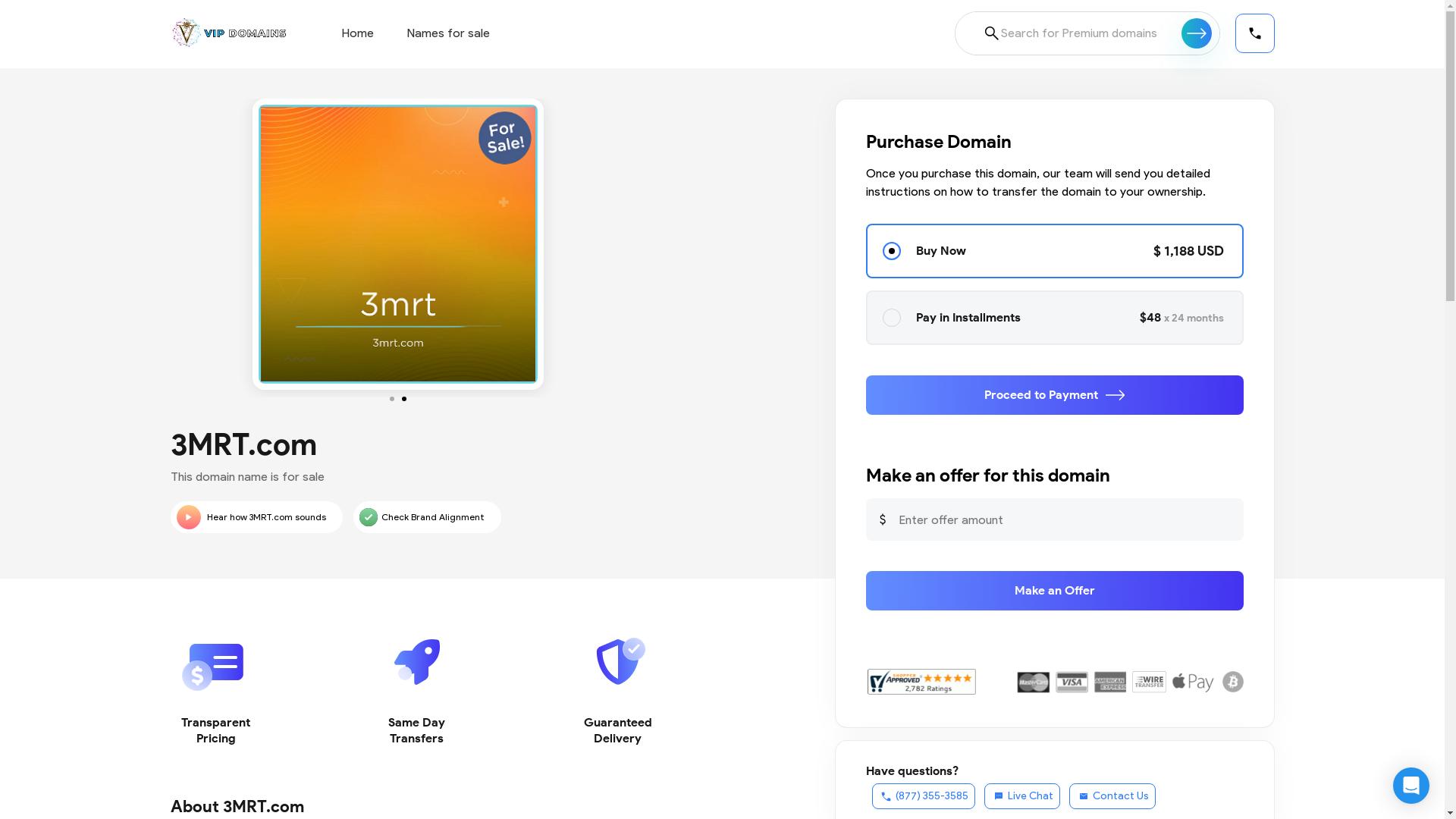 The image size is (1456, 819). What do you see at coordinates (1054, 394) in the screenshot?
I see `'Proceed to Payment'` at bounding box center [1054, 394].